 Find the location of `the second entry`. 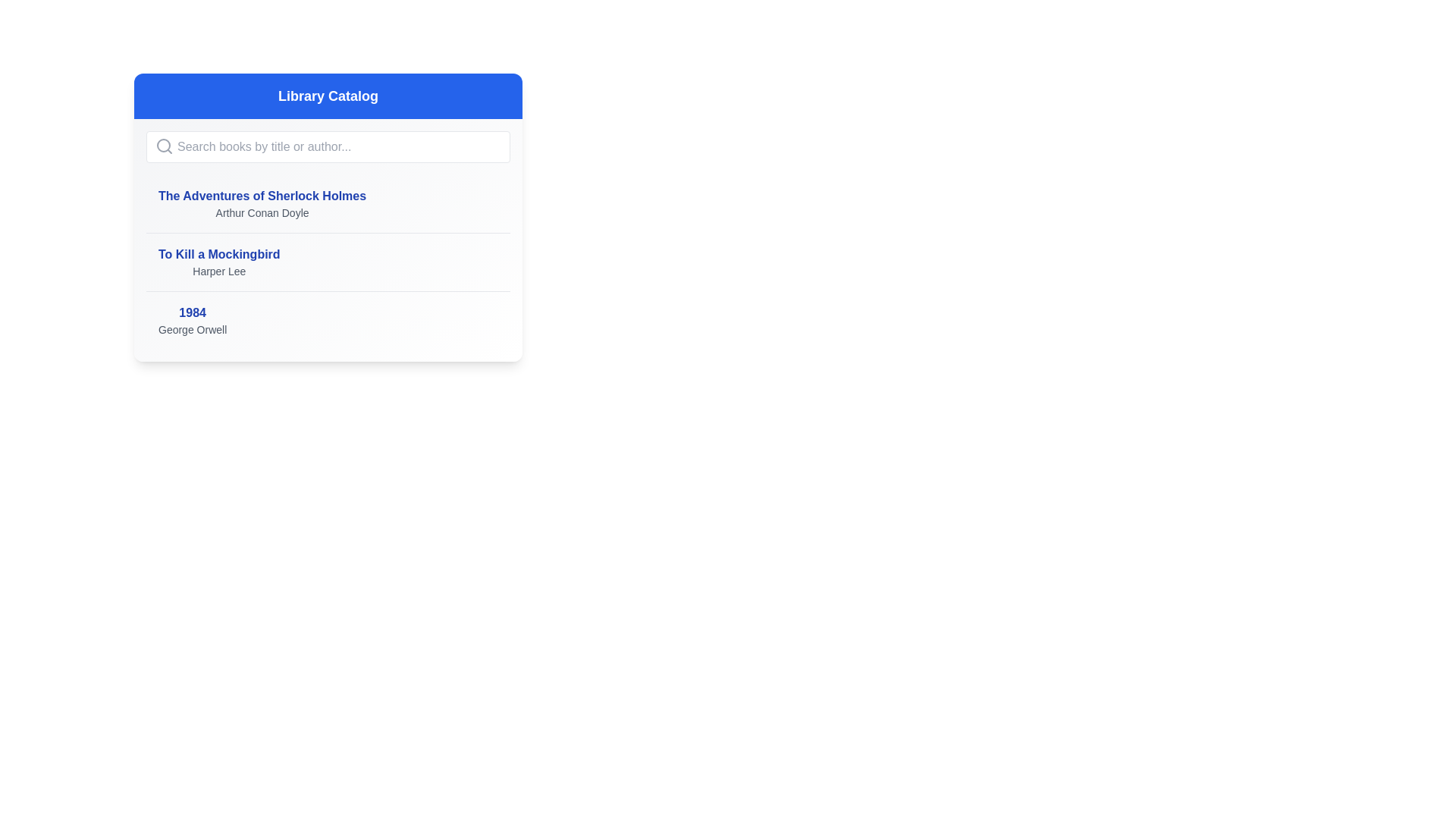

the second entry is located at coordinates (327, 260).